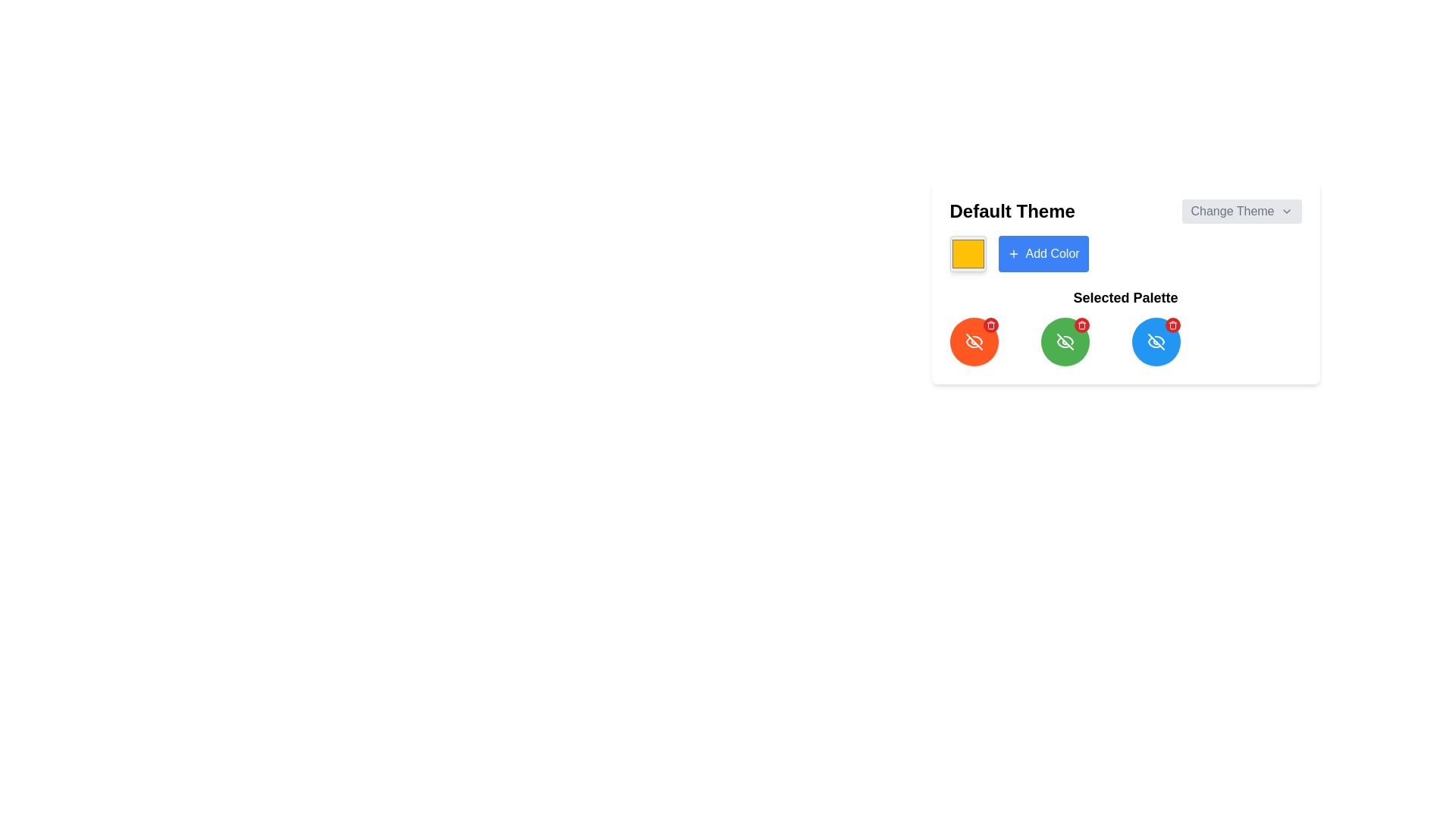 The width and height of the screenshot is (1456, 819). Describe the element at coordinates (1081, 324) in the screenshot. I see `the delete button located at the top-right of the green circular button in the 'Selected Palette' section` at that location.